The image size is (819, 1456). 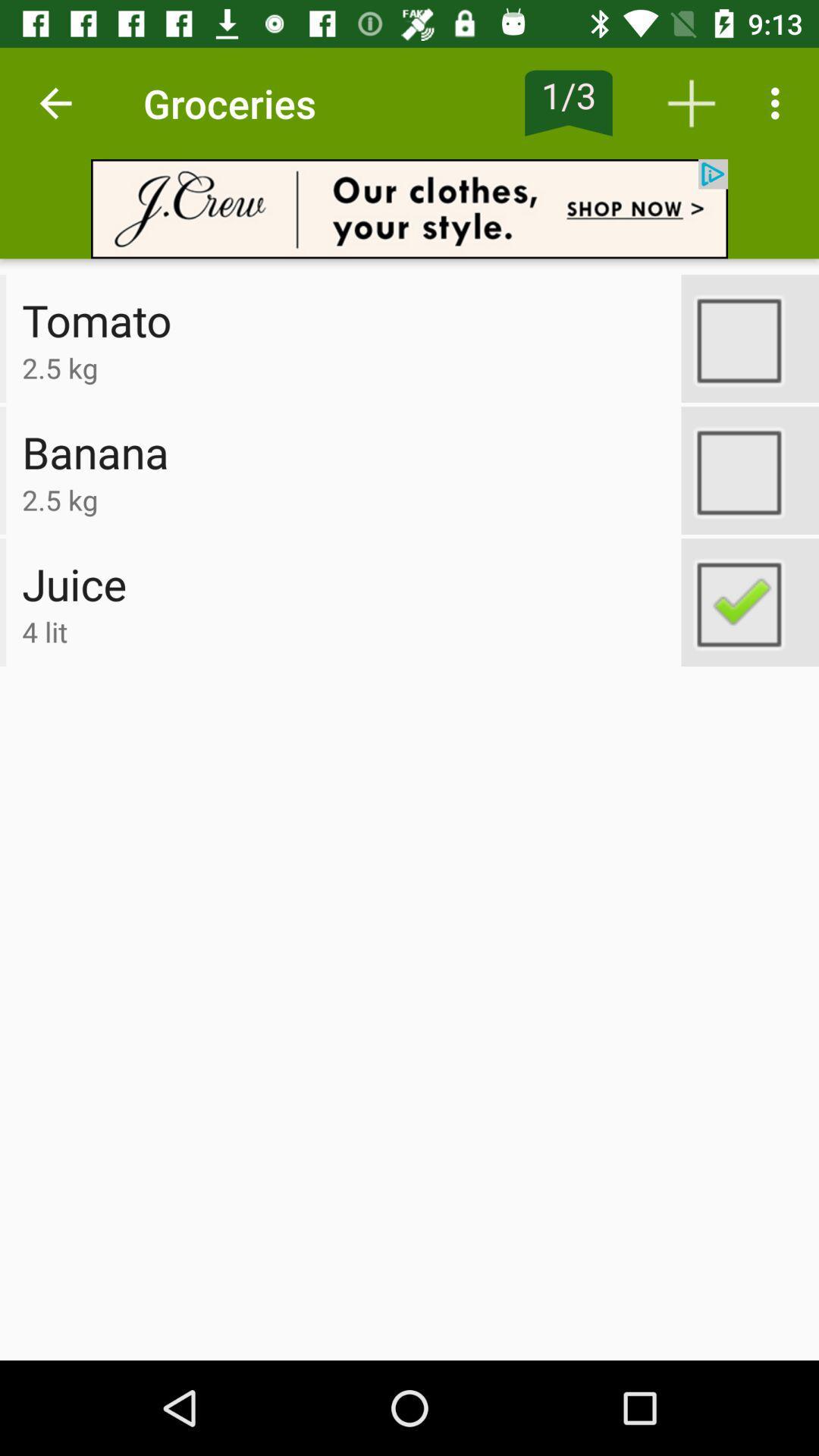 I want to click on switch option, so click(x=749, y=601).